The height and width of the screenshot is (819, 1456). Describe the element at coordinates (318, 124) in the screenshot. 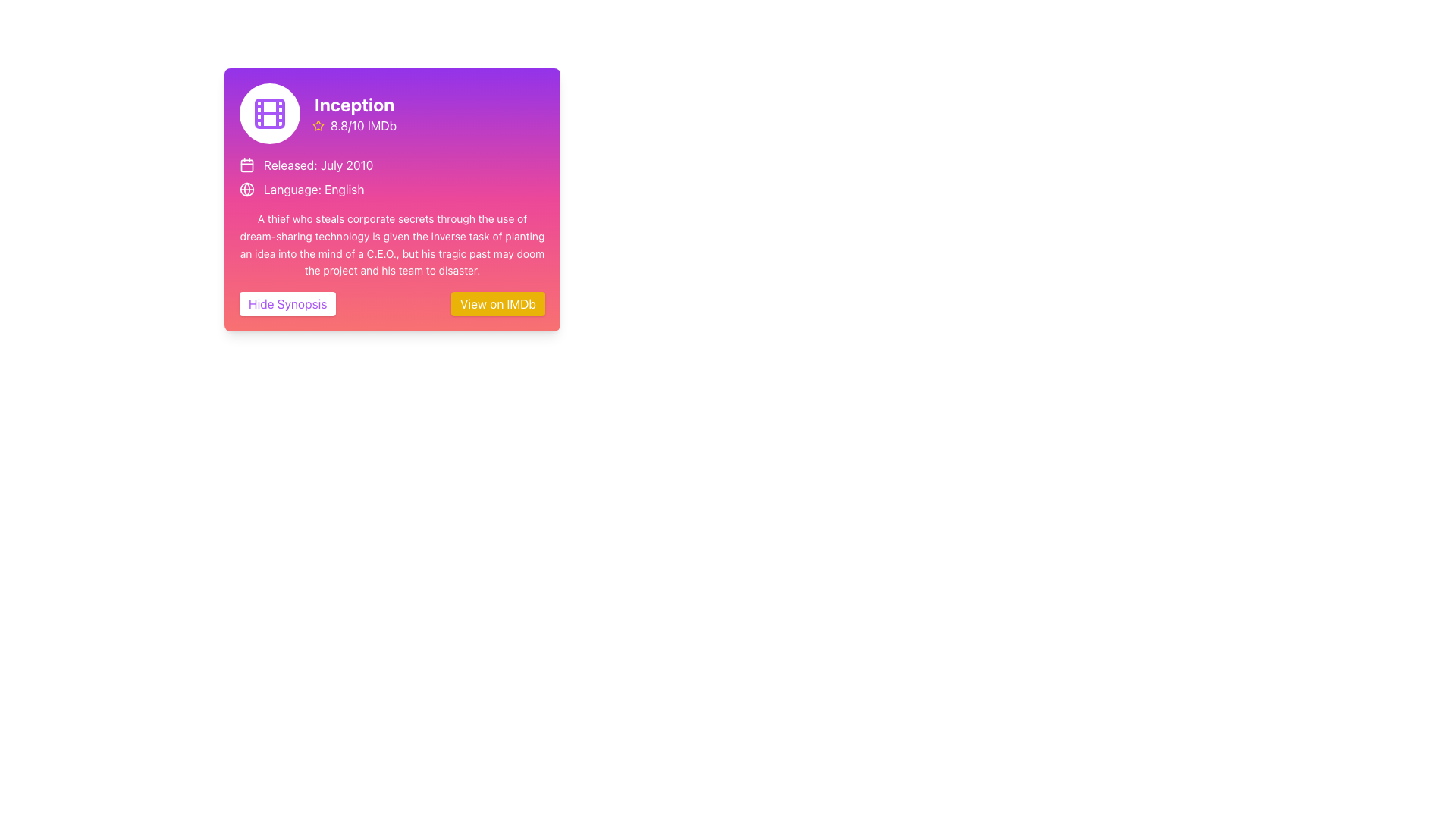

I see `the star-shaped icon with a yellow outline that is located to the left of the text '8.8/10 IMDb', part of a rating display` at that location.